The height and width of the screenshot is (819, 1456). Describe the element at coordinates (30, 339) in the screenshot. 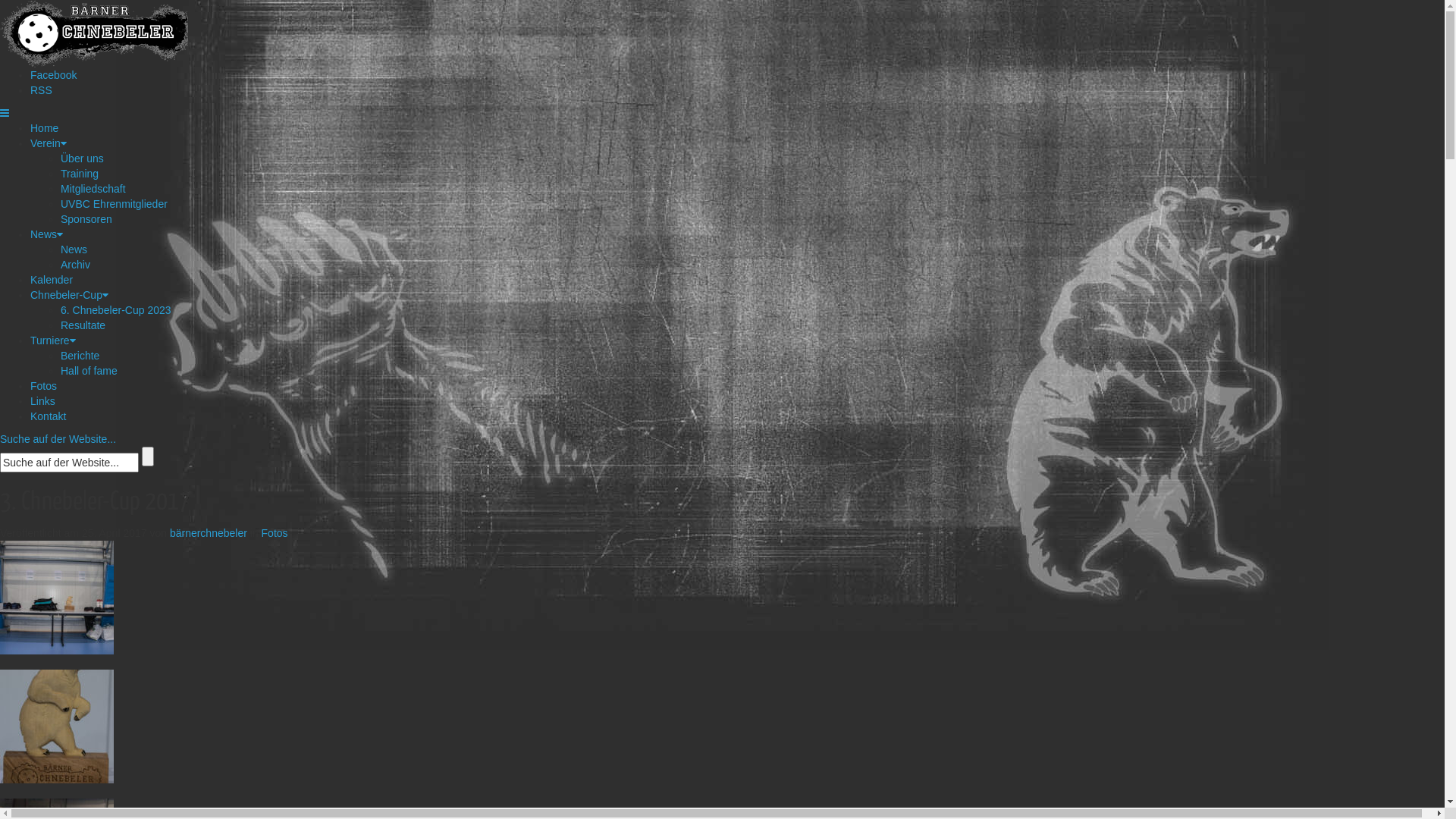

I see `'Turniere'` at that location.